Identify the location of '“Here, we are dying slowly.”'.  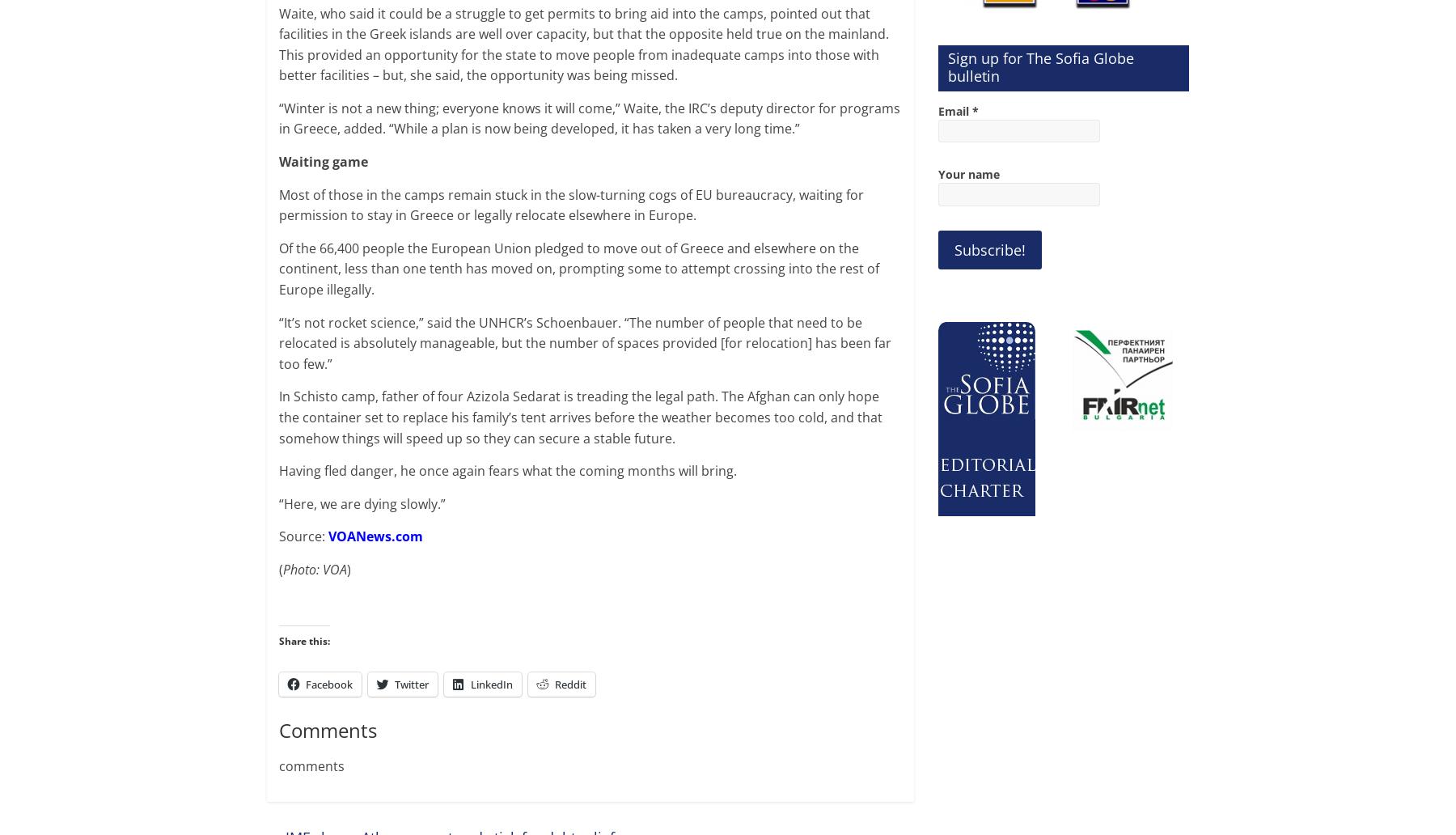
(279, 502).